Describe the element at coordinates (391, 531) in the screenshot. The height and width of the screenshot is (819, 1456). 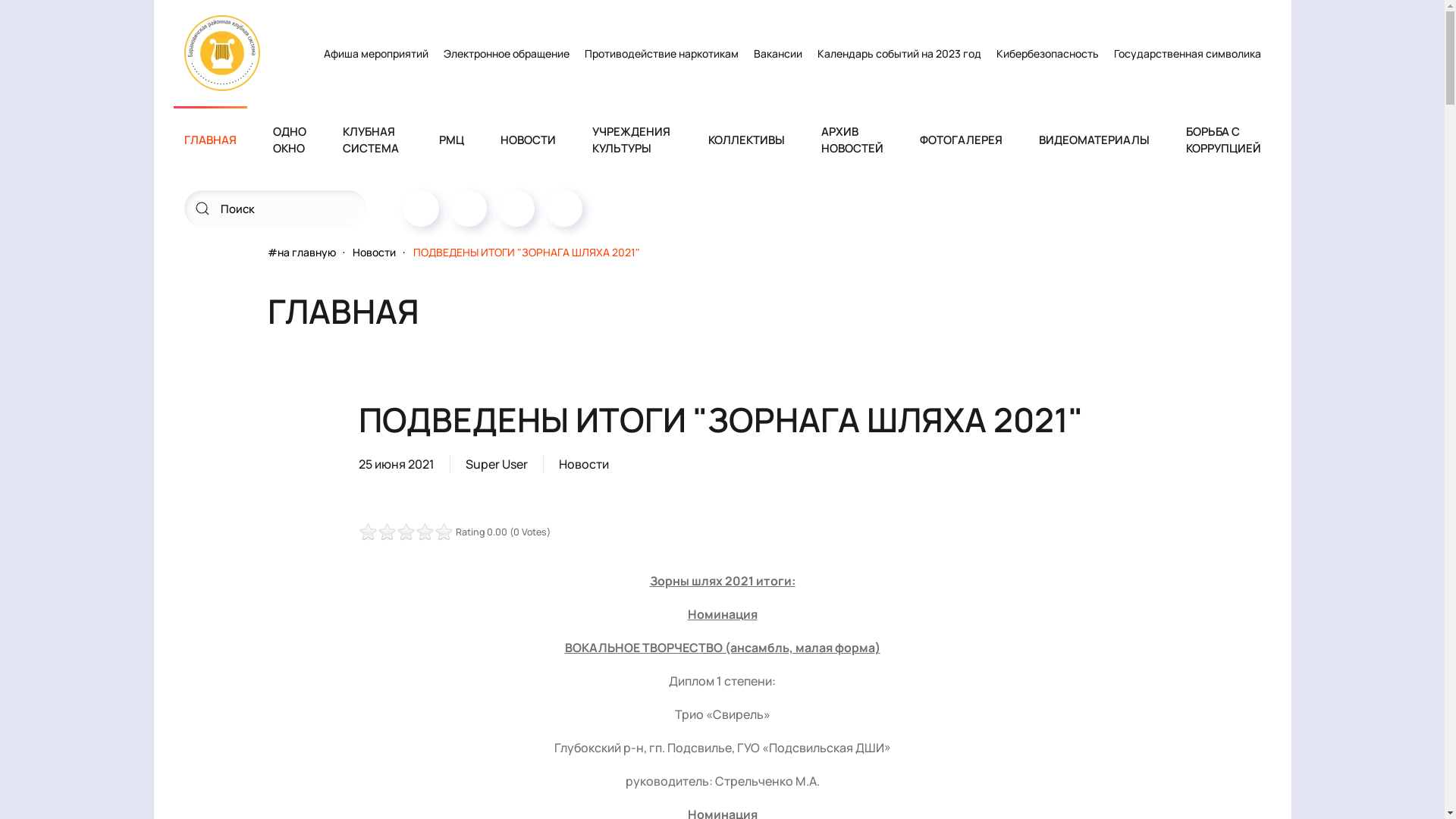
I see `'1'` at that location.